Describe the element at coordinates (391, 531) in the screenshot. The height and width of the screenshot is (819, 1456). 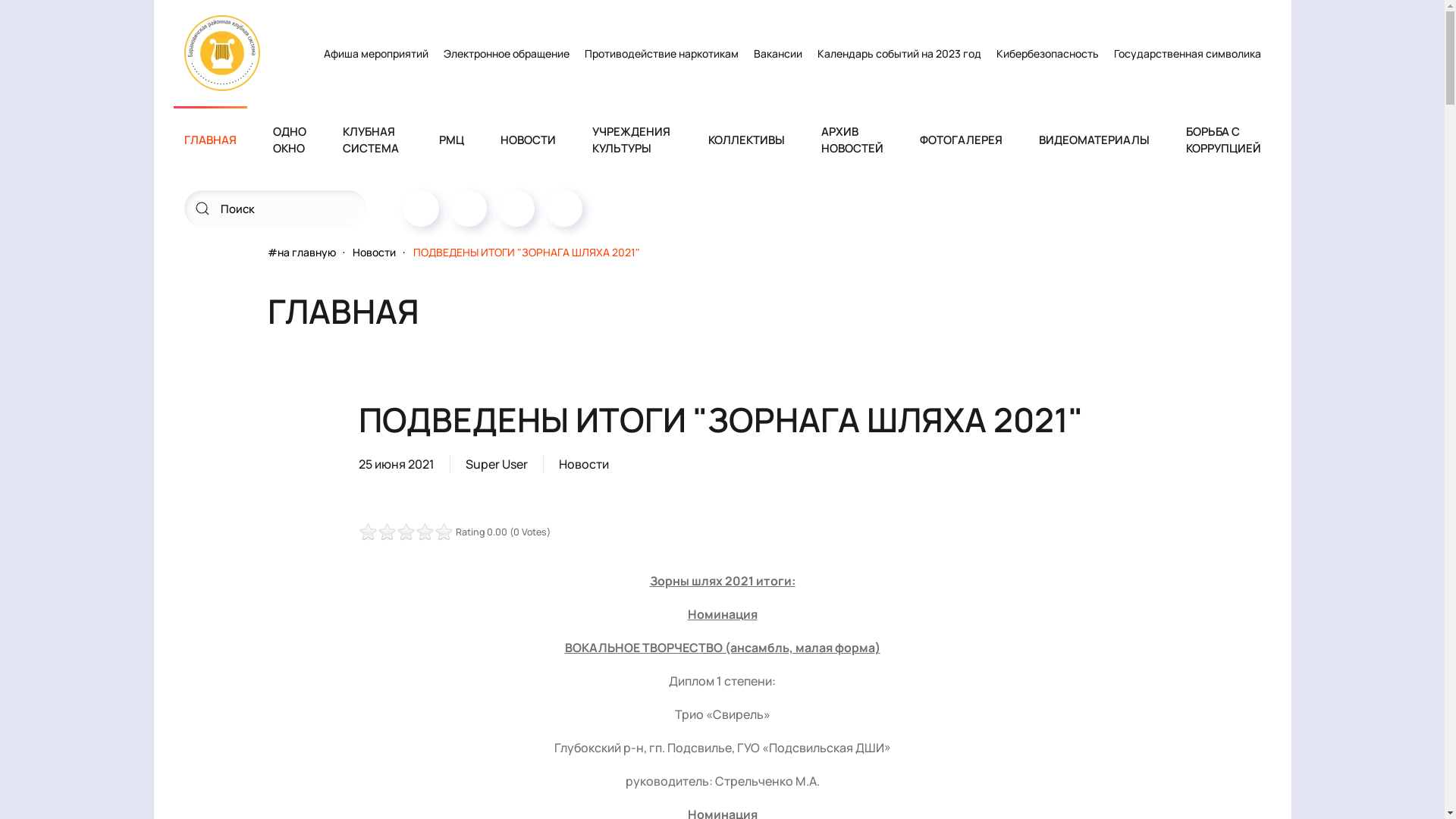
I see `'1'` at that location.